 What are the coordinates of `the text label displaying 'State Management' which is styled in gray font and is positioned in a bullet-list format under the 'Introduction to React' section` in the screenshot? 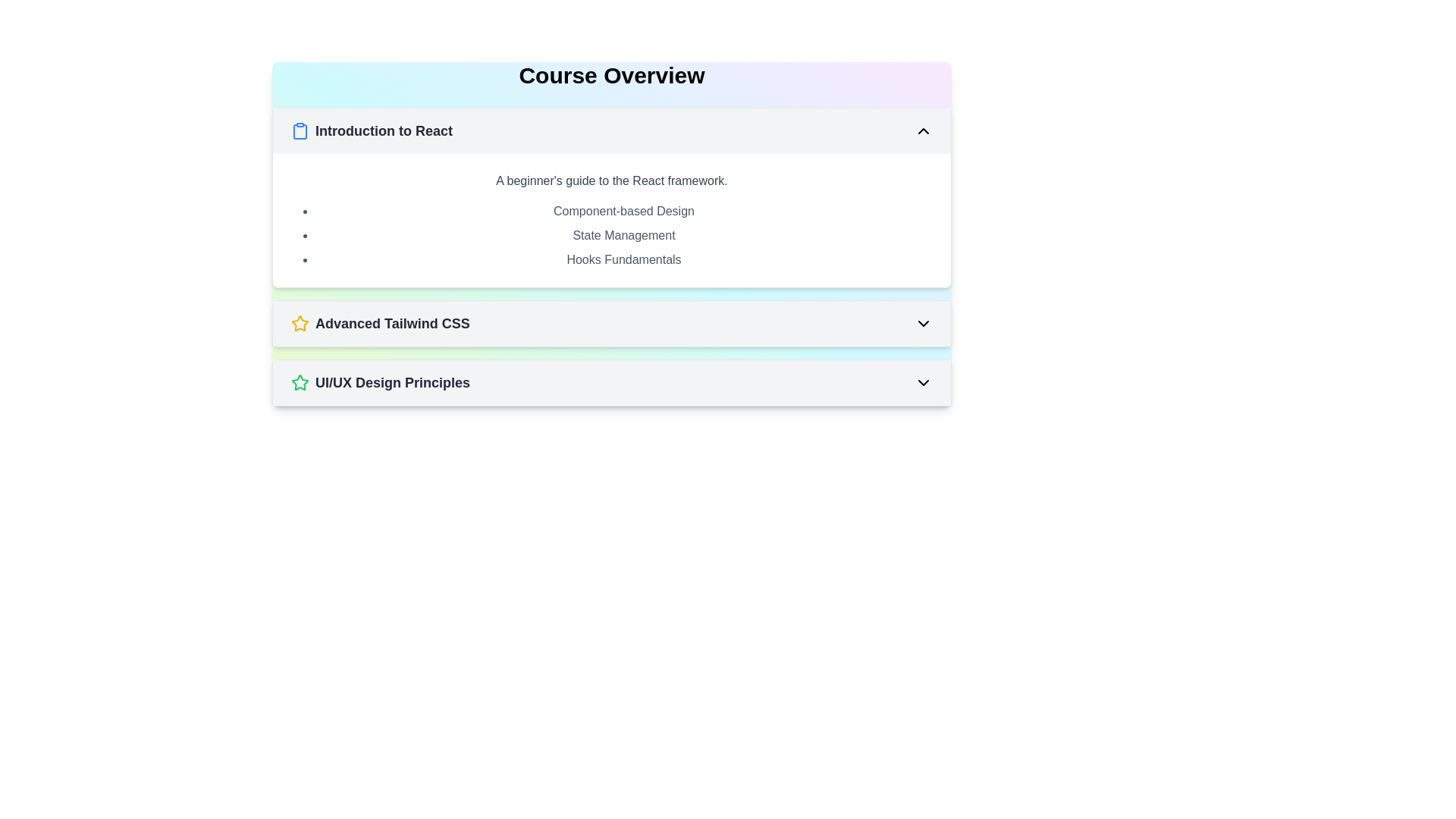 It's located at (623, 236).